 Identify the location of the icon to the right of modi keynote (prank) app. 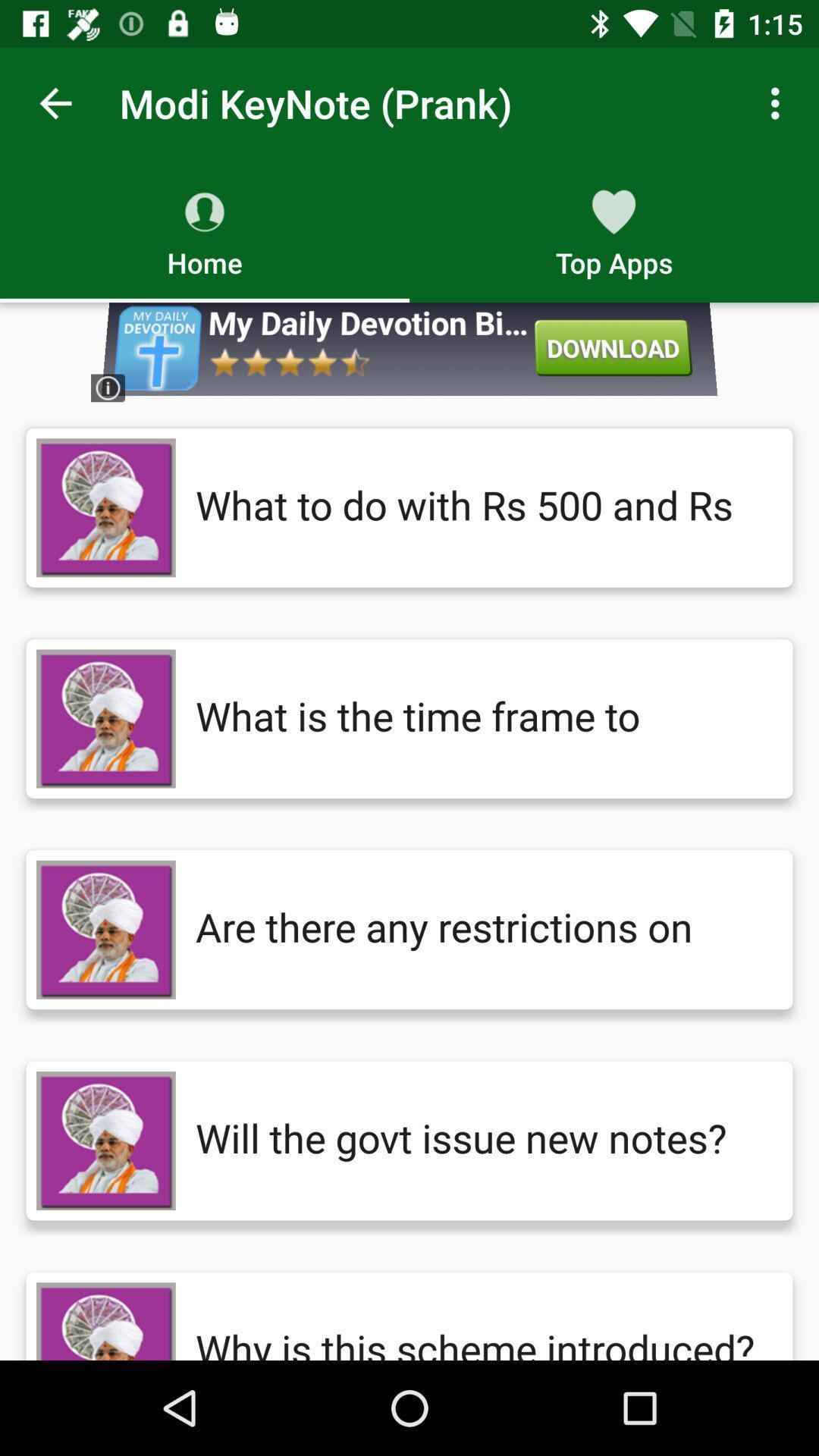
(779, 102).